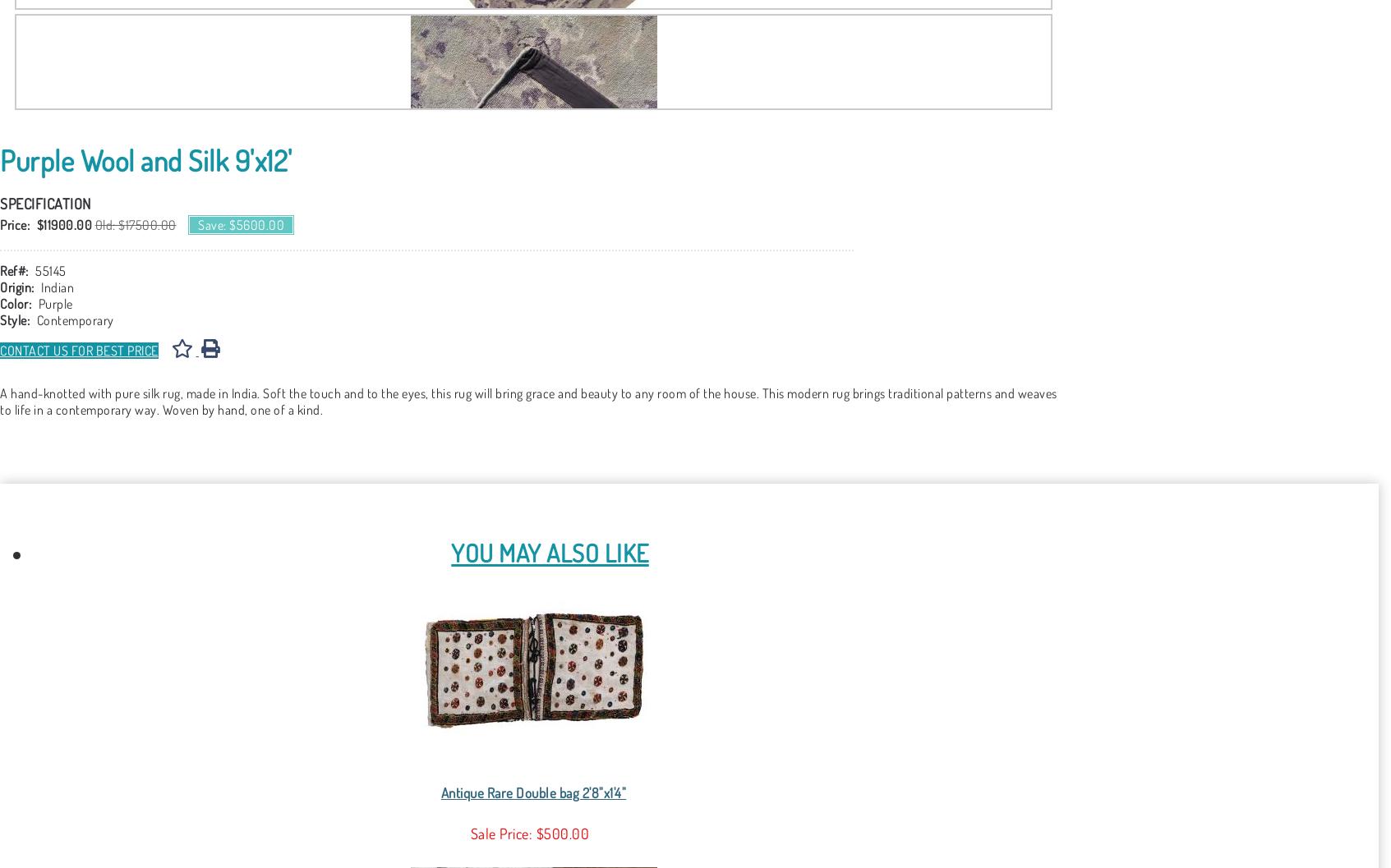  What do you see at coordinates (44, 202) in the screenshot?
I see `'Specification'` at bounding box center [44, 202].